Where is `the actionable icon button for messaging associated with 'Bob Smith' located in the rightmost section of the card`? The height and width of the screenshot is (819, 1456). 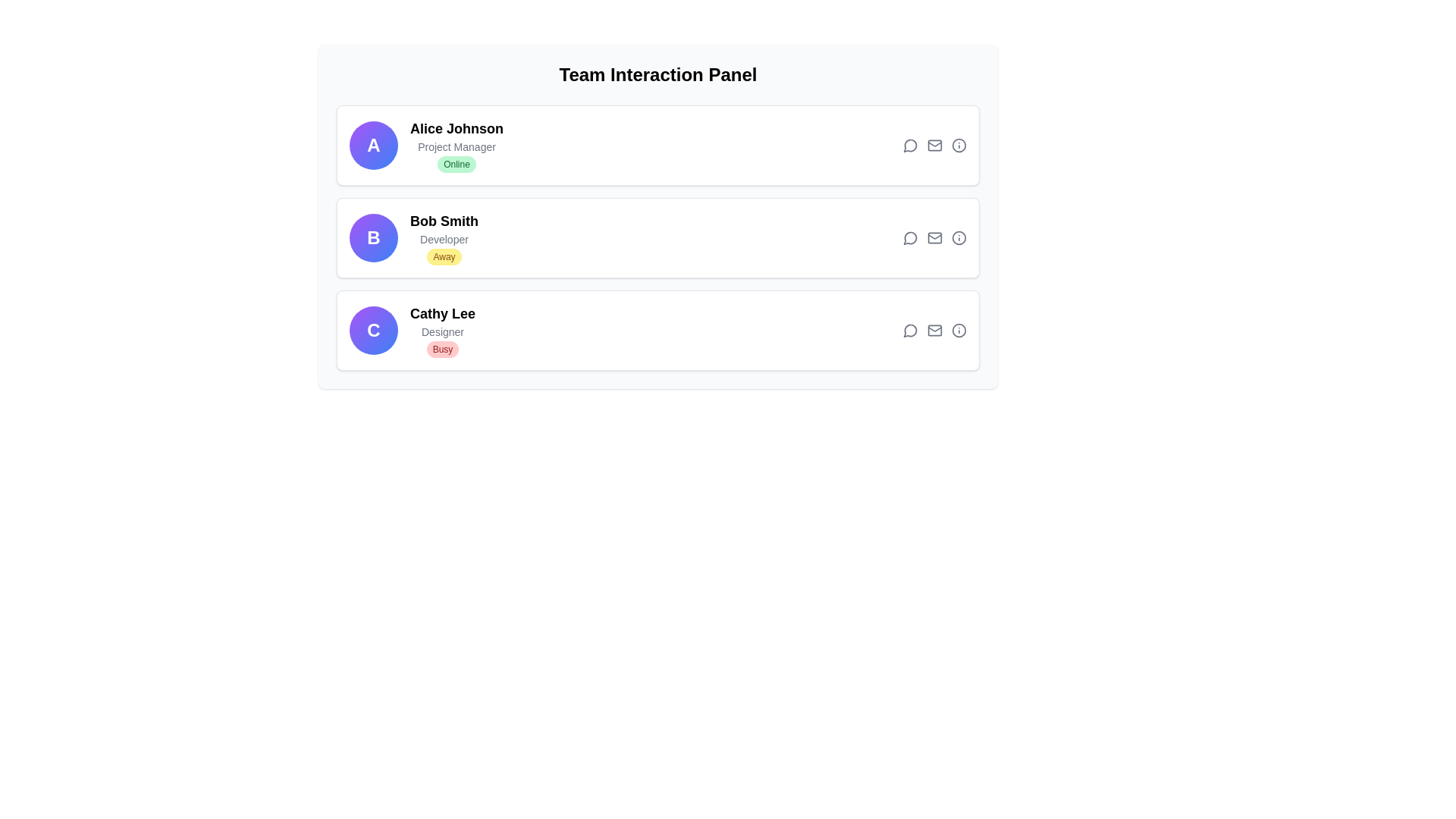
the actionable icon button for messaging associated with 'Bob Smith' located in the rightmost section of the card is located at coordinates (934, 237).